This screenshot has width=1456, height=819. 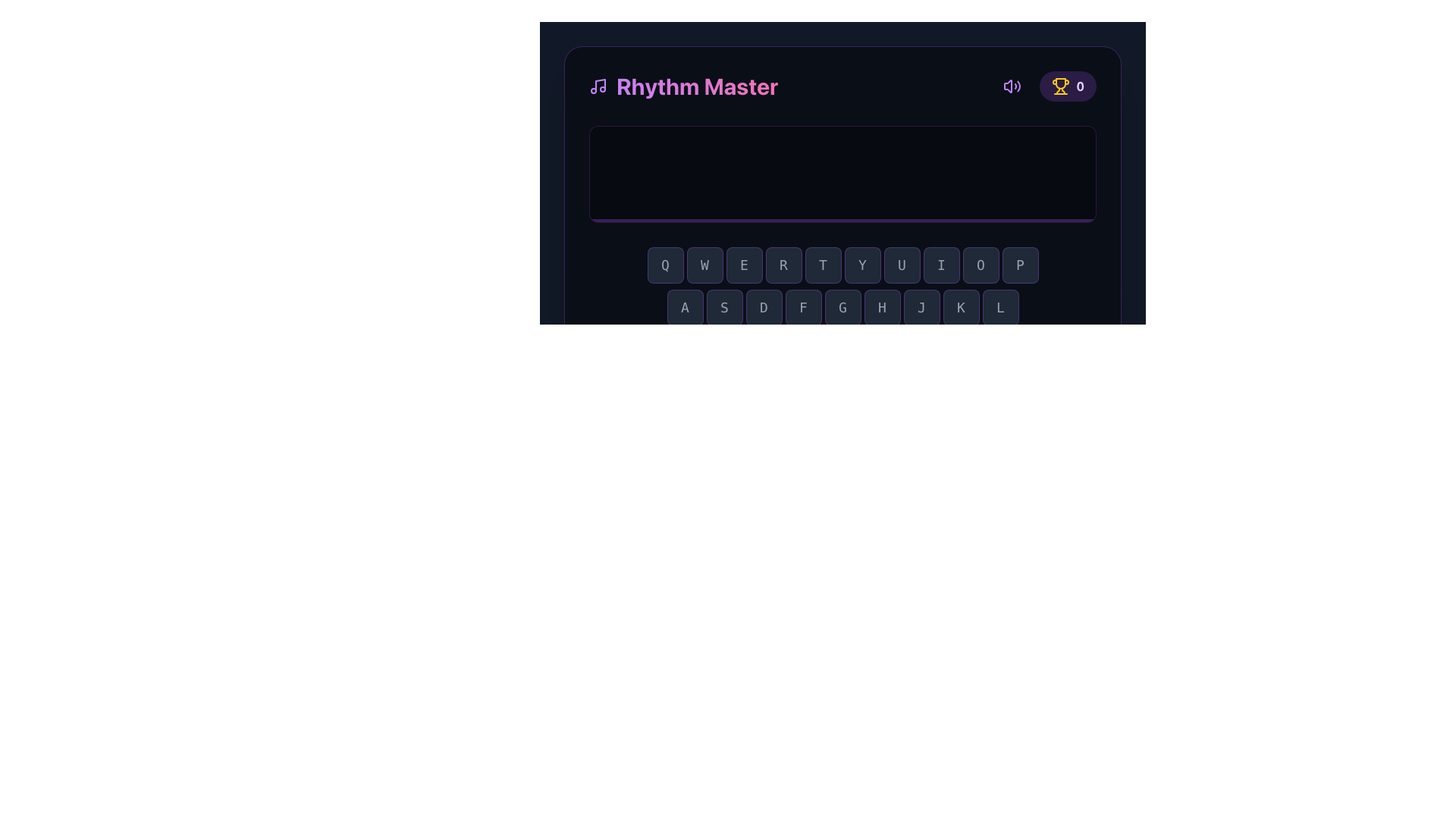 I want to click on the purple music note icon located to the left of the text 'Rhythm Master', so click(x=597, y=86).